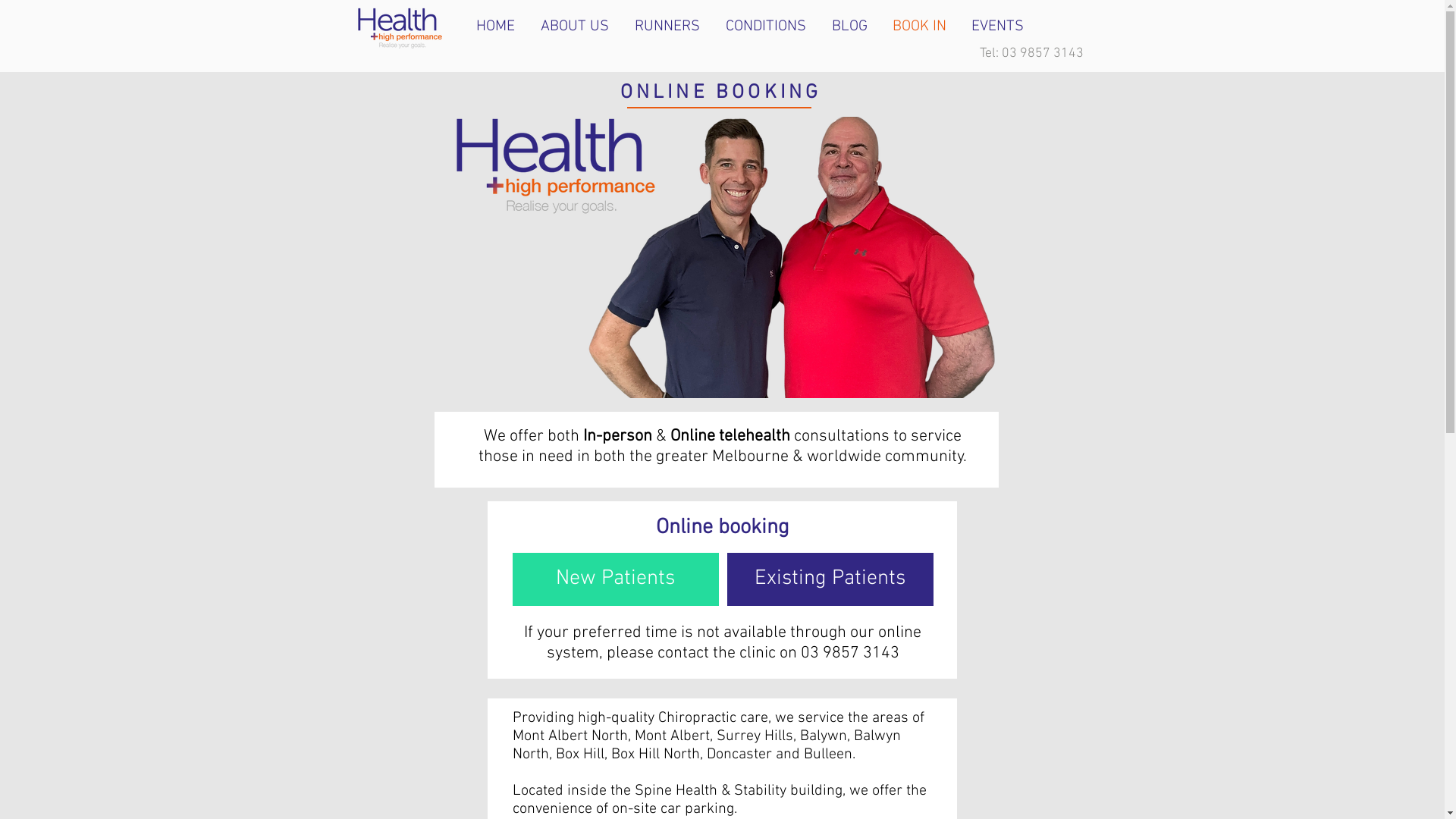  I want to click on 'BOOK IN', so click(920, 26).